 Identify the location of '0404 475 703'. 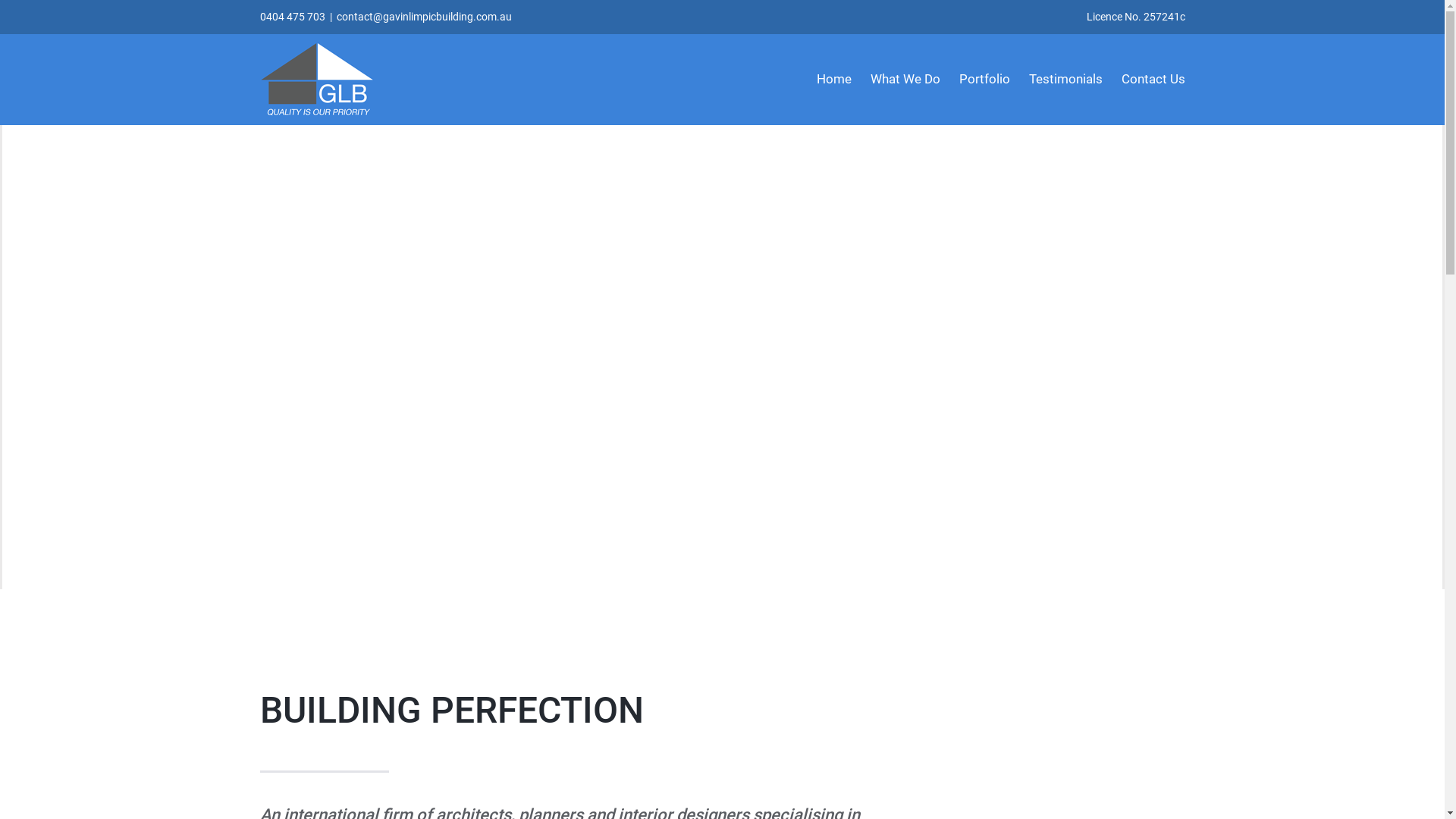
(291, 17).